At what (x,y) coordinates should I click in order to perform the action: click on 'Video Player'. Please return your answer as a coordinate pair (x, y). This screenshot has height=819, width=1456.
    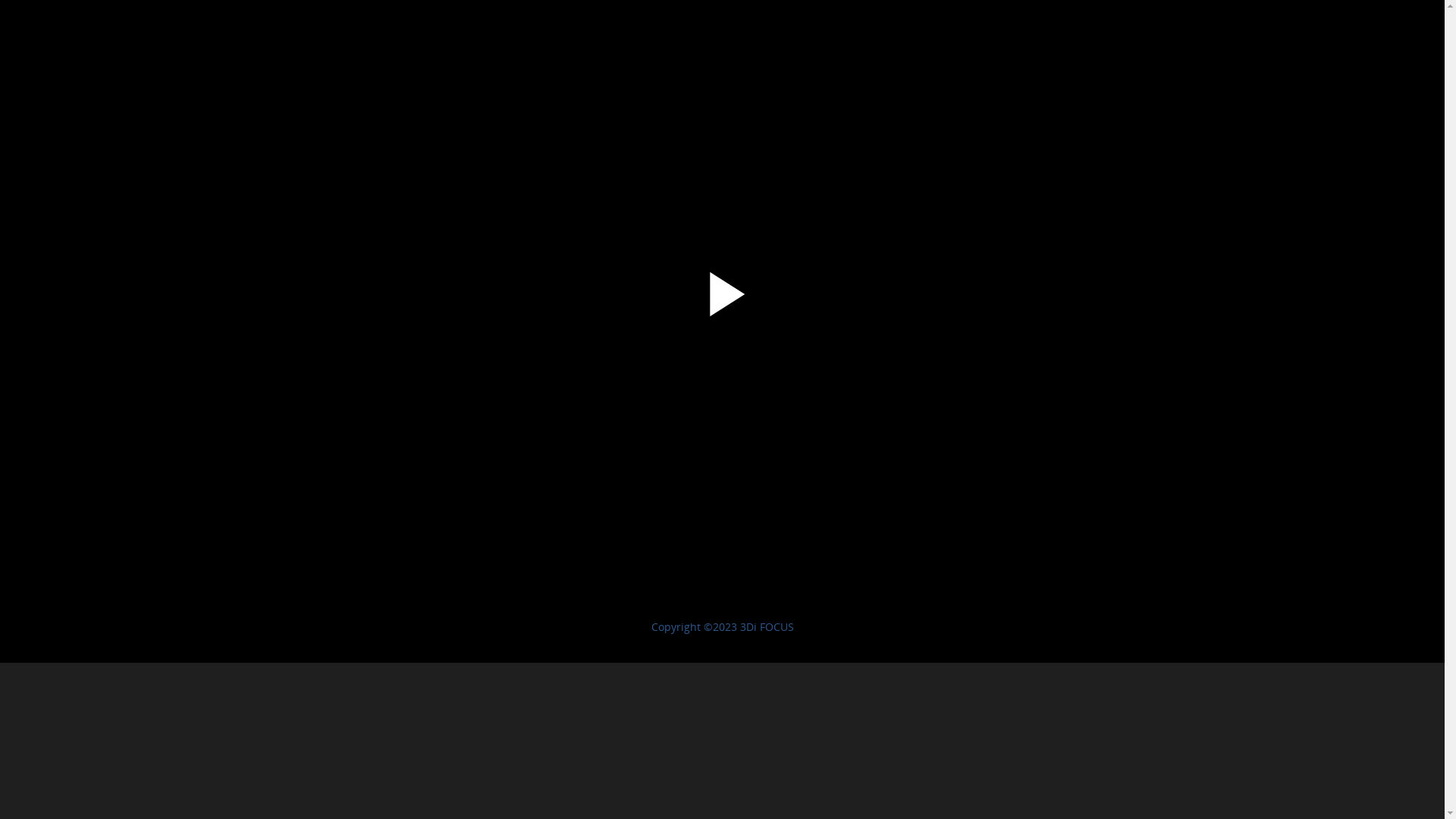
    Looking at the image, I should click on (721, 315).